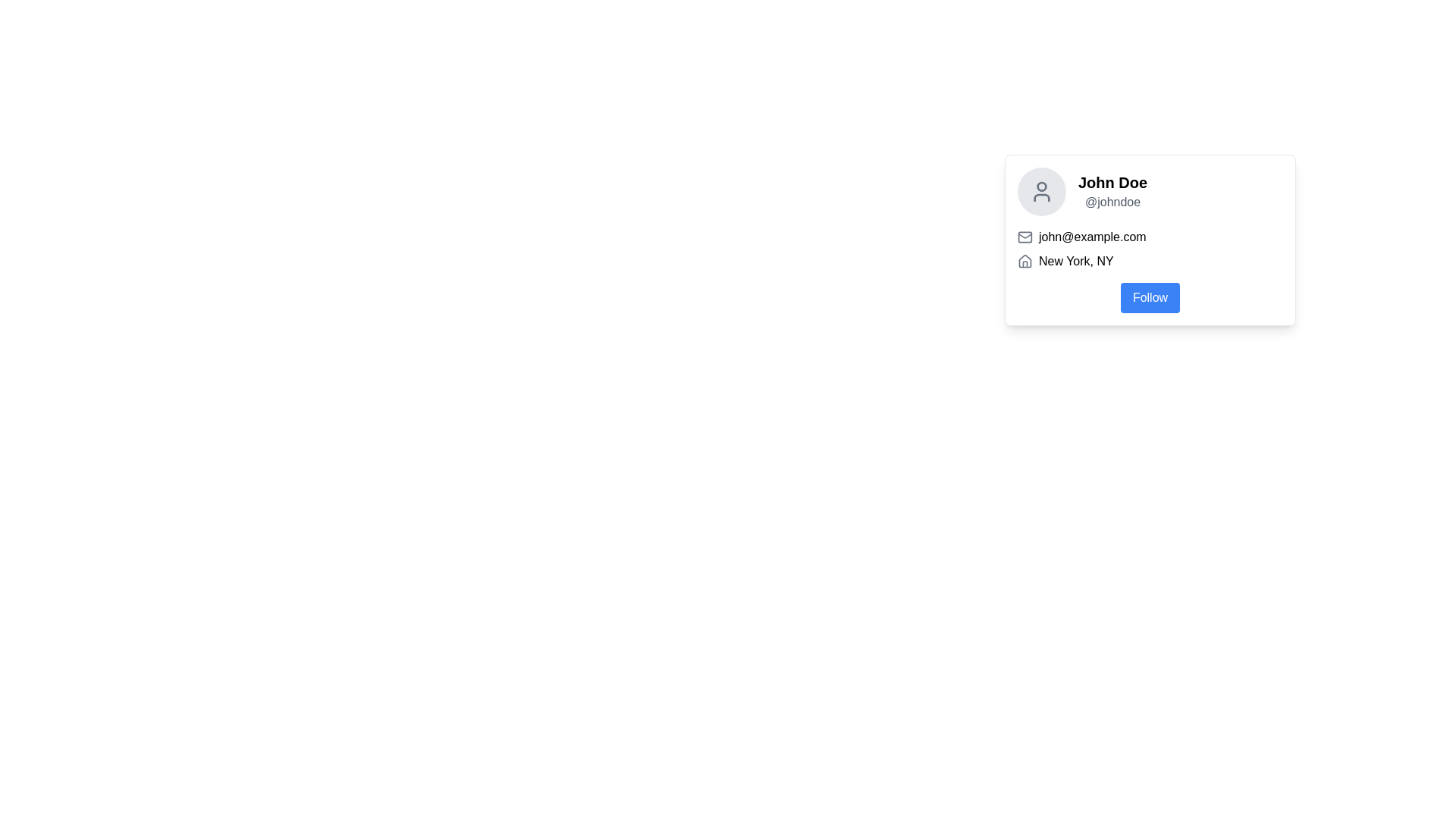  I want to click on the house icon, which is a small line-based outline in medium gray color, located to the left of the text 'New York, NY', to note the visual indication about the context it represents, so click(1025, 260).